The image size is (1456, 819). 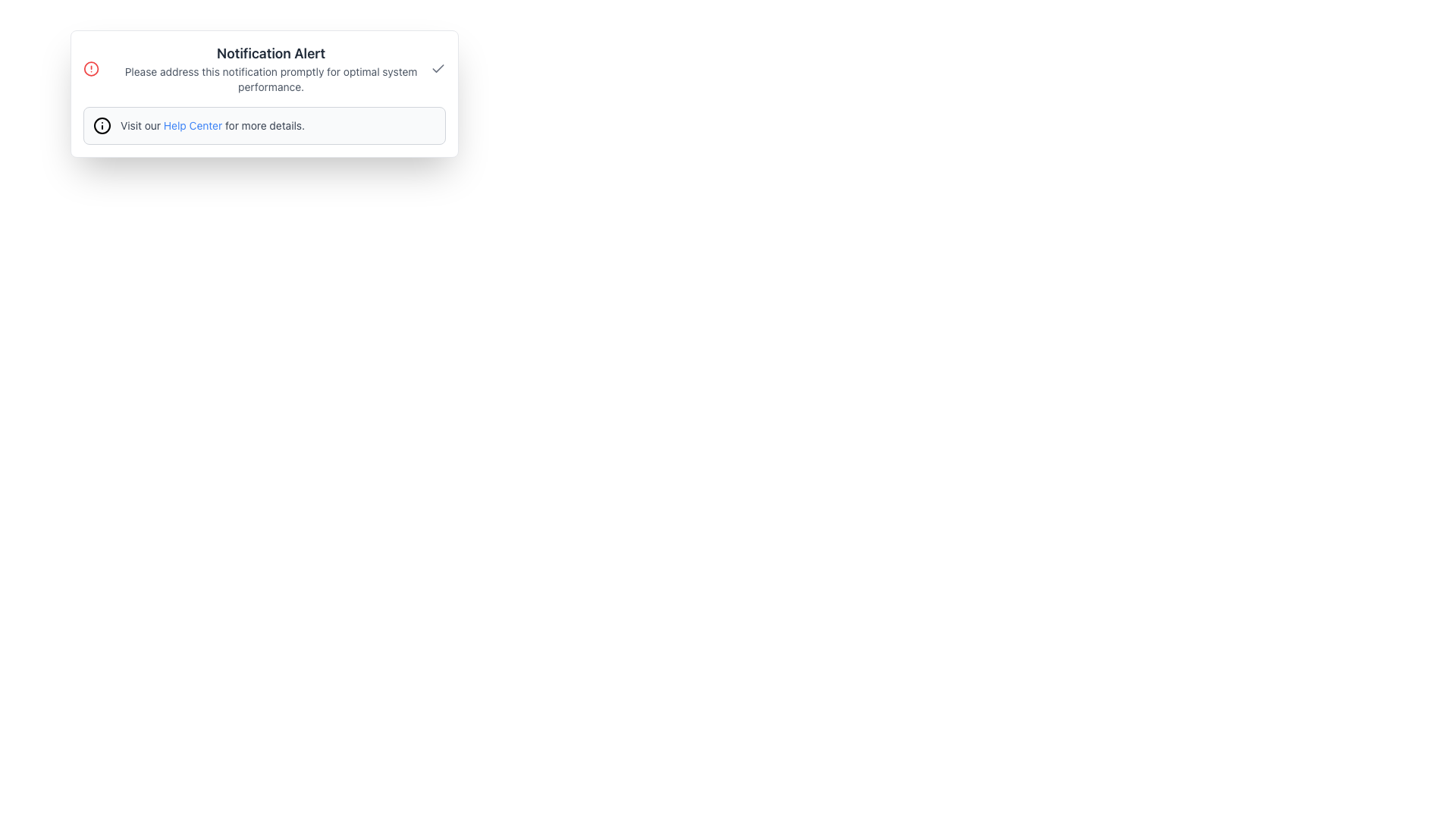 I want to click on the checkmark icon located in the top-right corner of the notification card titled 'Notification Alert', indicating a status or action approval, so click(x=437, y=67).